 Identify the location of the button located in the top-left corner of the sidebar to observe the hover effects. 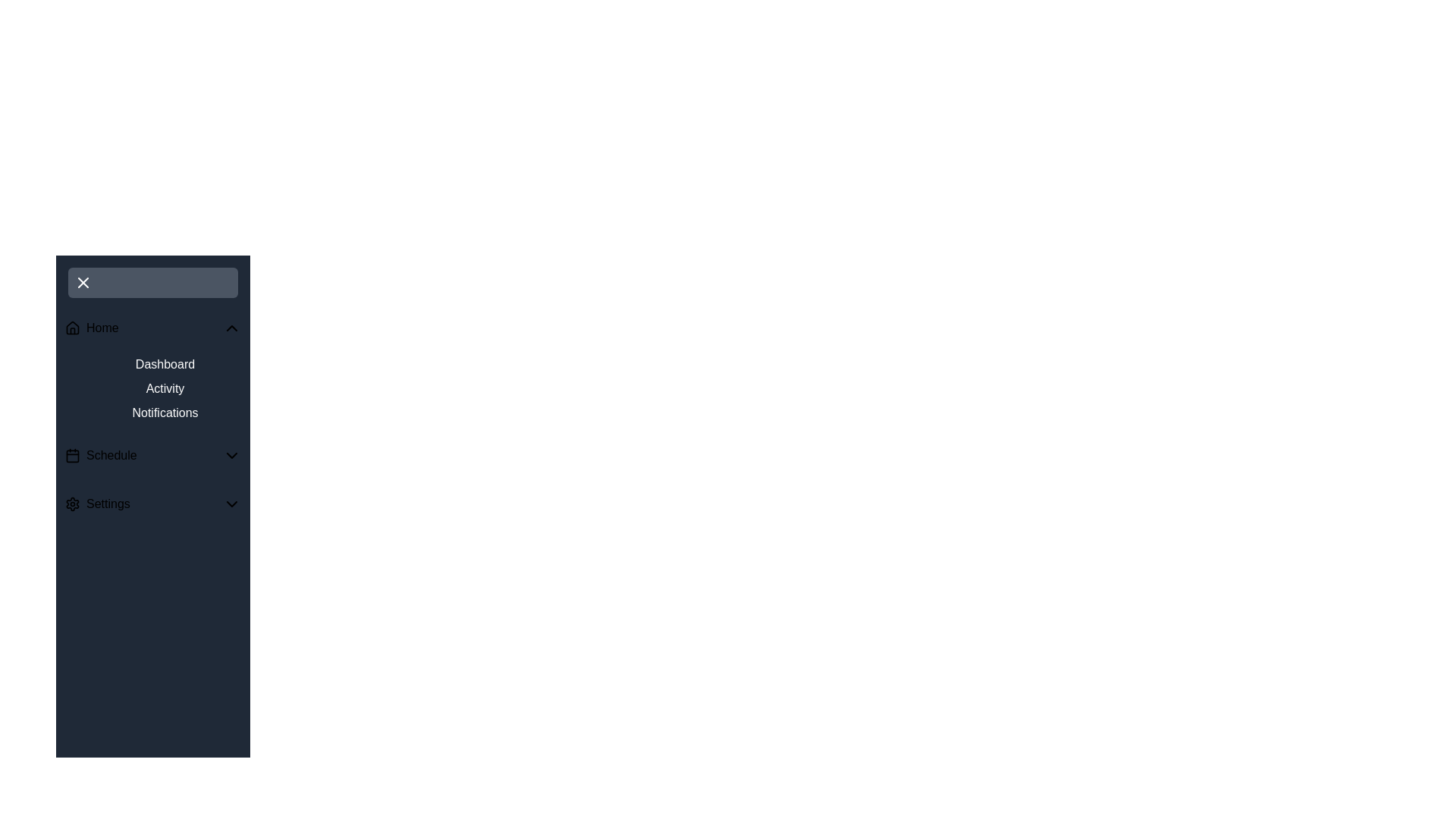
(152, 283).